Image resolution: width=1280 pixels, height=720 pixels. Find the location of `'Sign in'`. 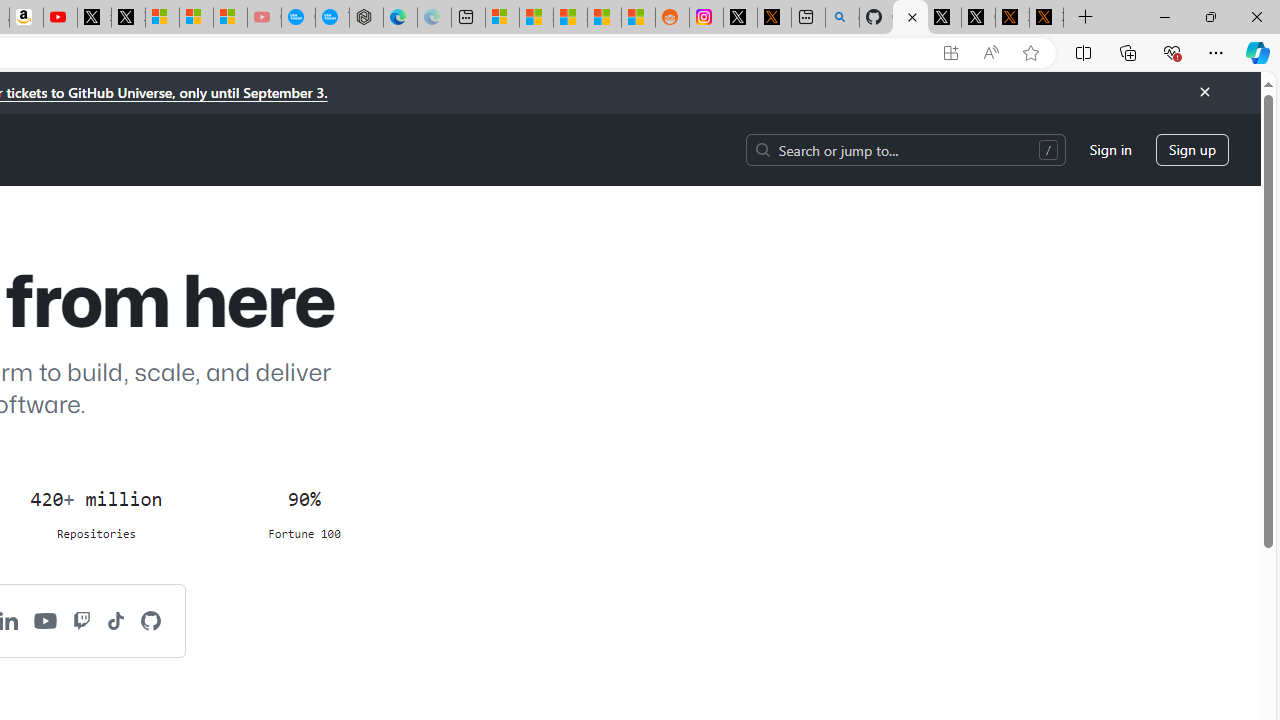

'Sign in' is located at coordinates (1110, 148).